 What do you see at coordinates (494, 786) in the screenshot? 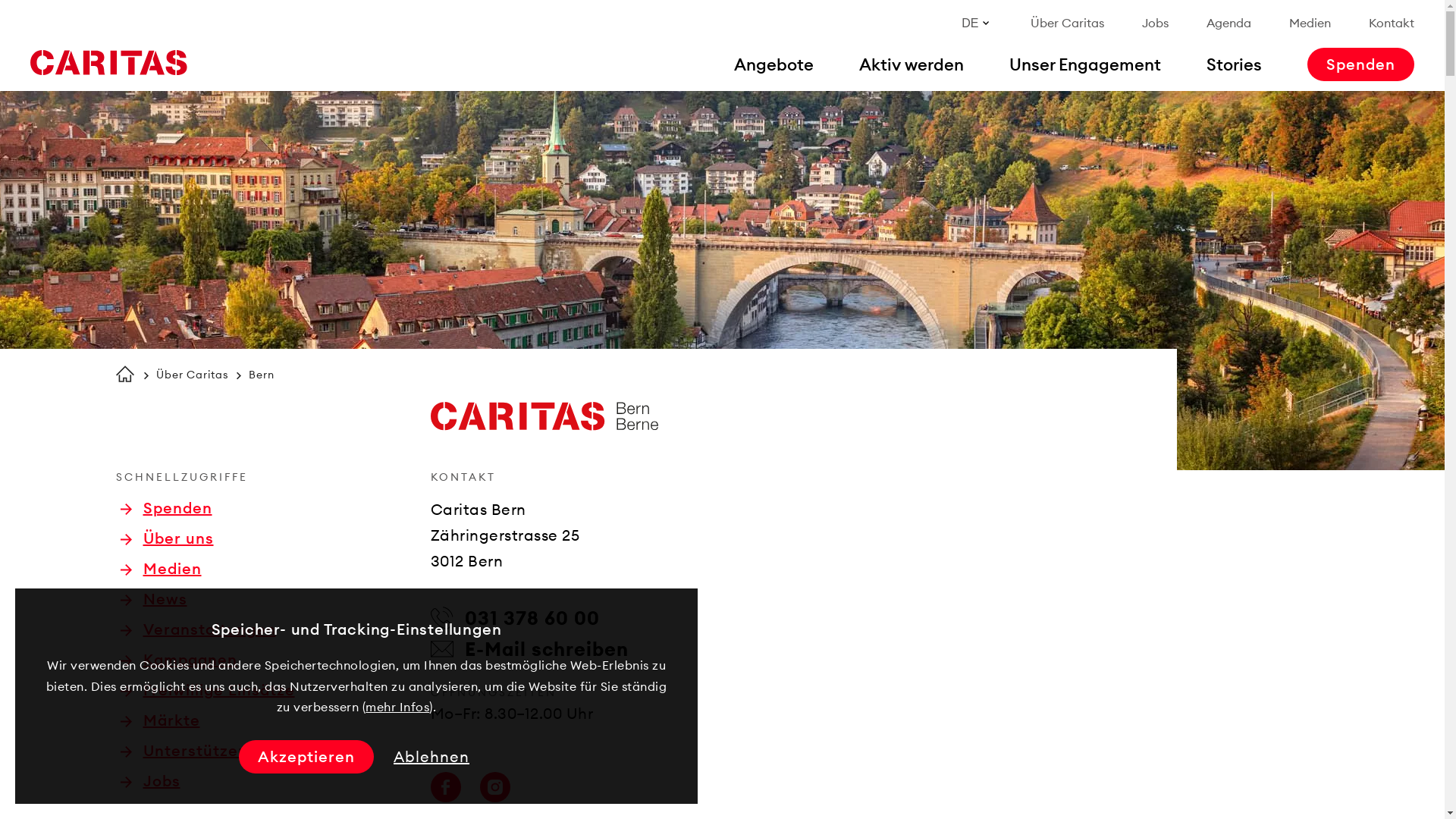
I see `'instagram'` at bounding box center [494, 786].